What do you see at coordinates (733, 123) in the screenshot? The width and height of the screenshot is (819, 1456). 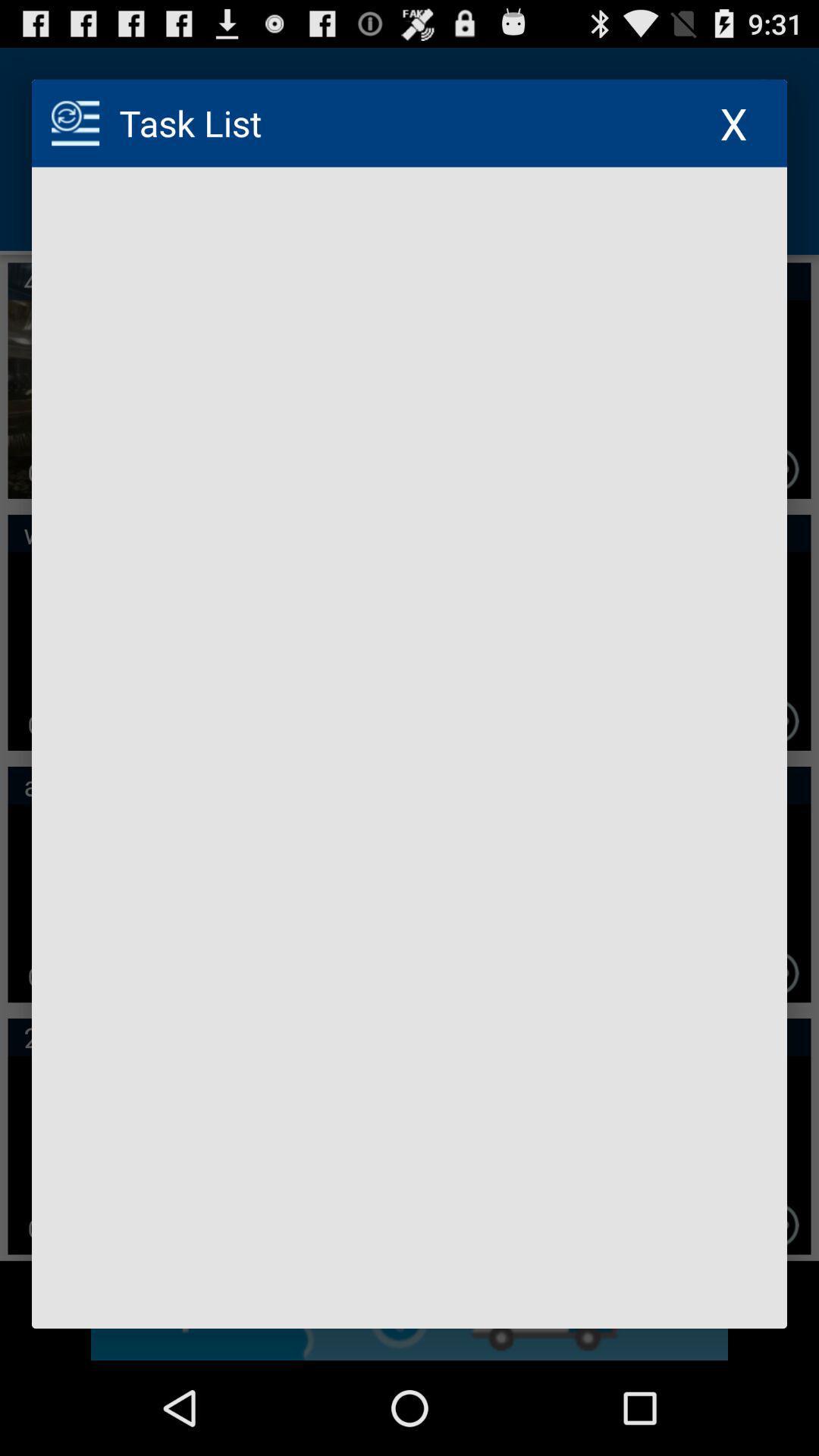 I see `the x icon` at bounding box center [733, 123].